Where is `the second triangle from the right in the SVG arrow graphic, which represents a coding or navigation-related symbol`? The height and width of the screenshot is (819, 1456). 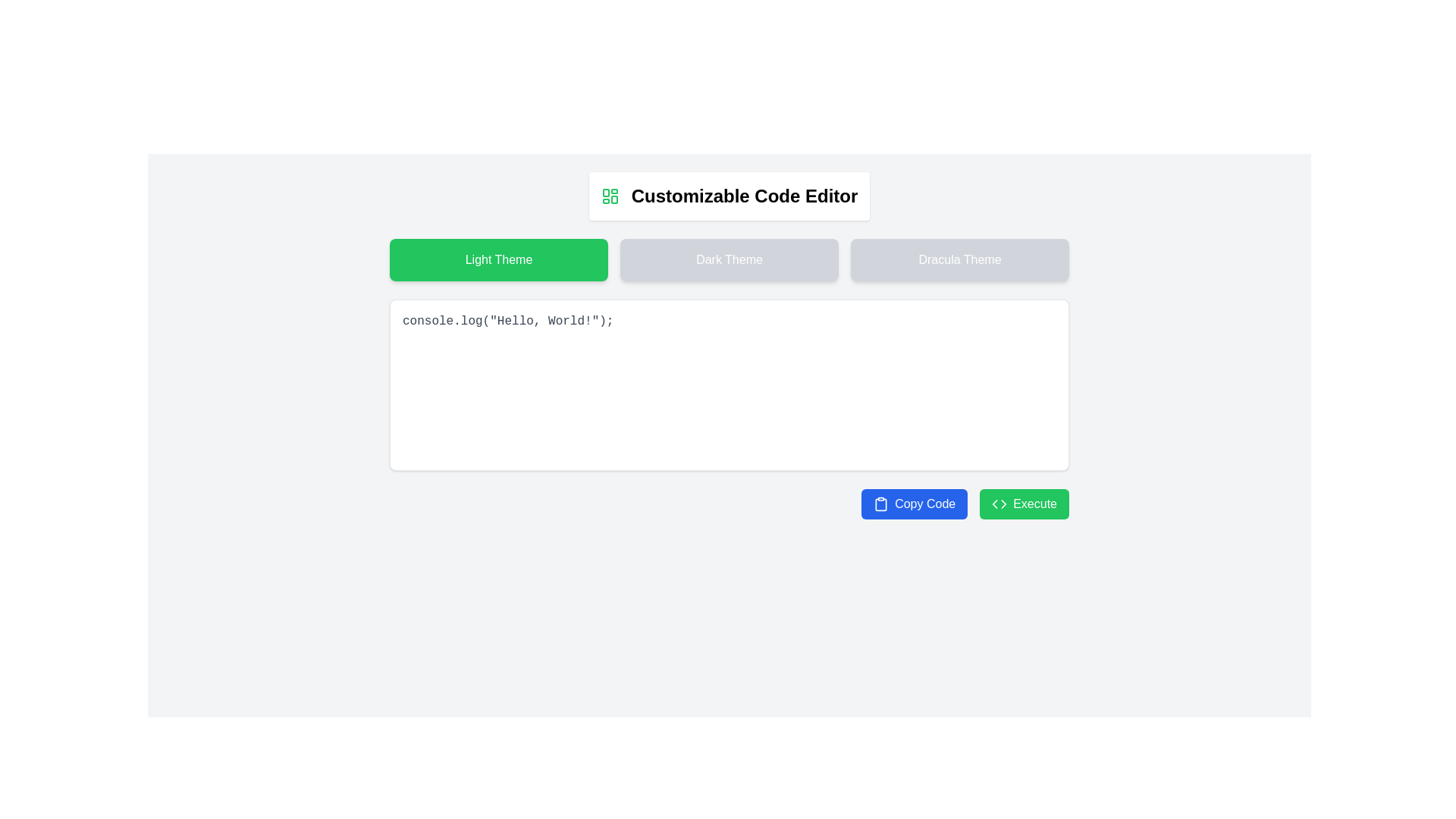
the second triangle from the right in the SVG arrow graphic, which represents a coding or navigation-related symbol is located at coordinates (1004, 504).